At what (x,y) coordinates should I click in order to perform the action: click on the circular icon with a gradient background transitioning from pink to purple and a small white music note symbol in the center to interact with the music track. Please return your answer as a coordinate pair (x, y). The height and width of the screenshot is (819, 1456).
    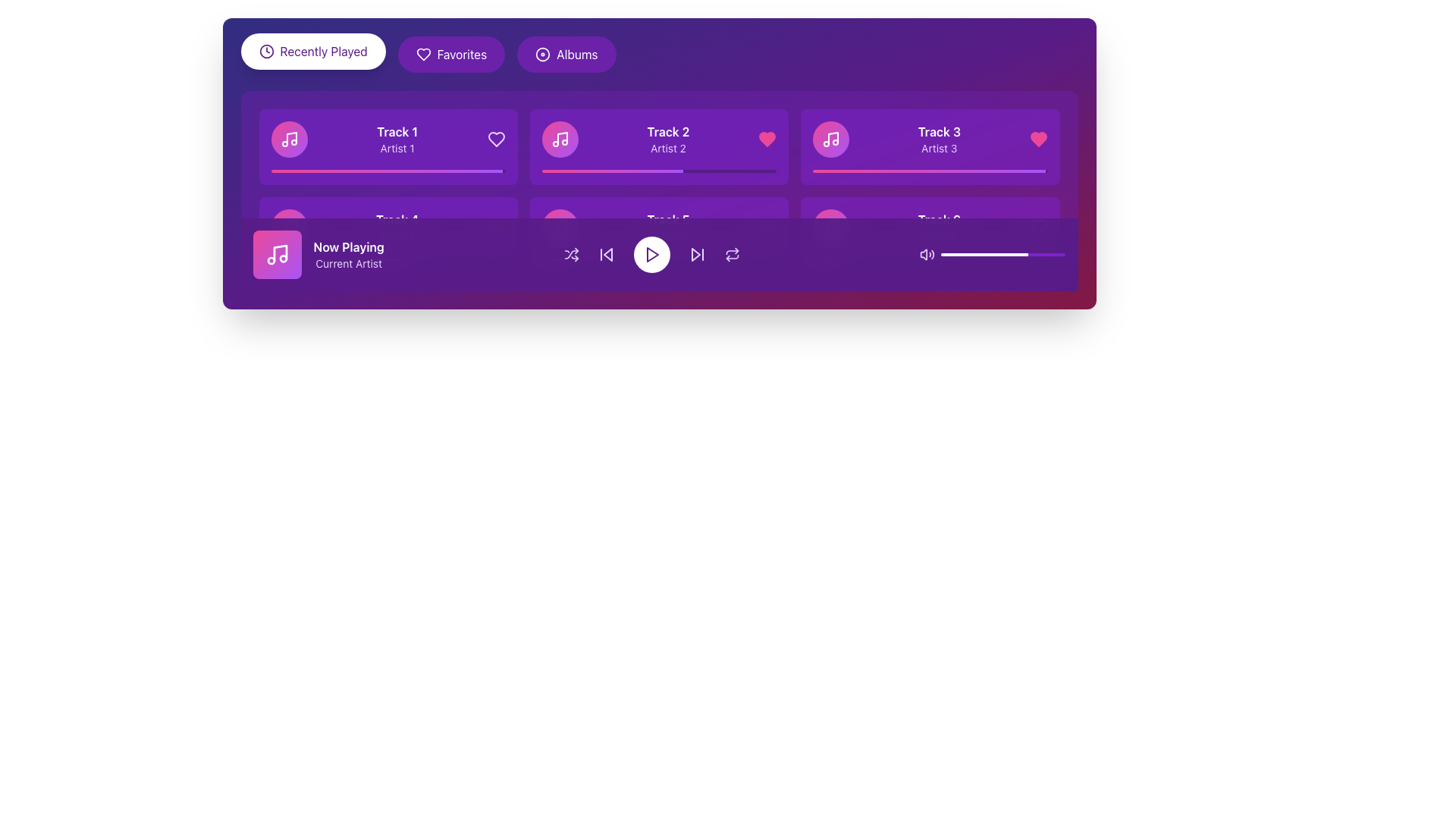
    Looking at the image, I should click on (289, 140).